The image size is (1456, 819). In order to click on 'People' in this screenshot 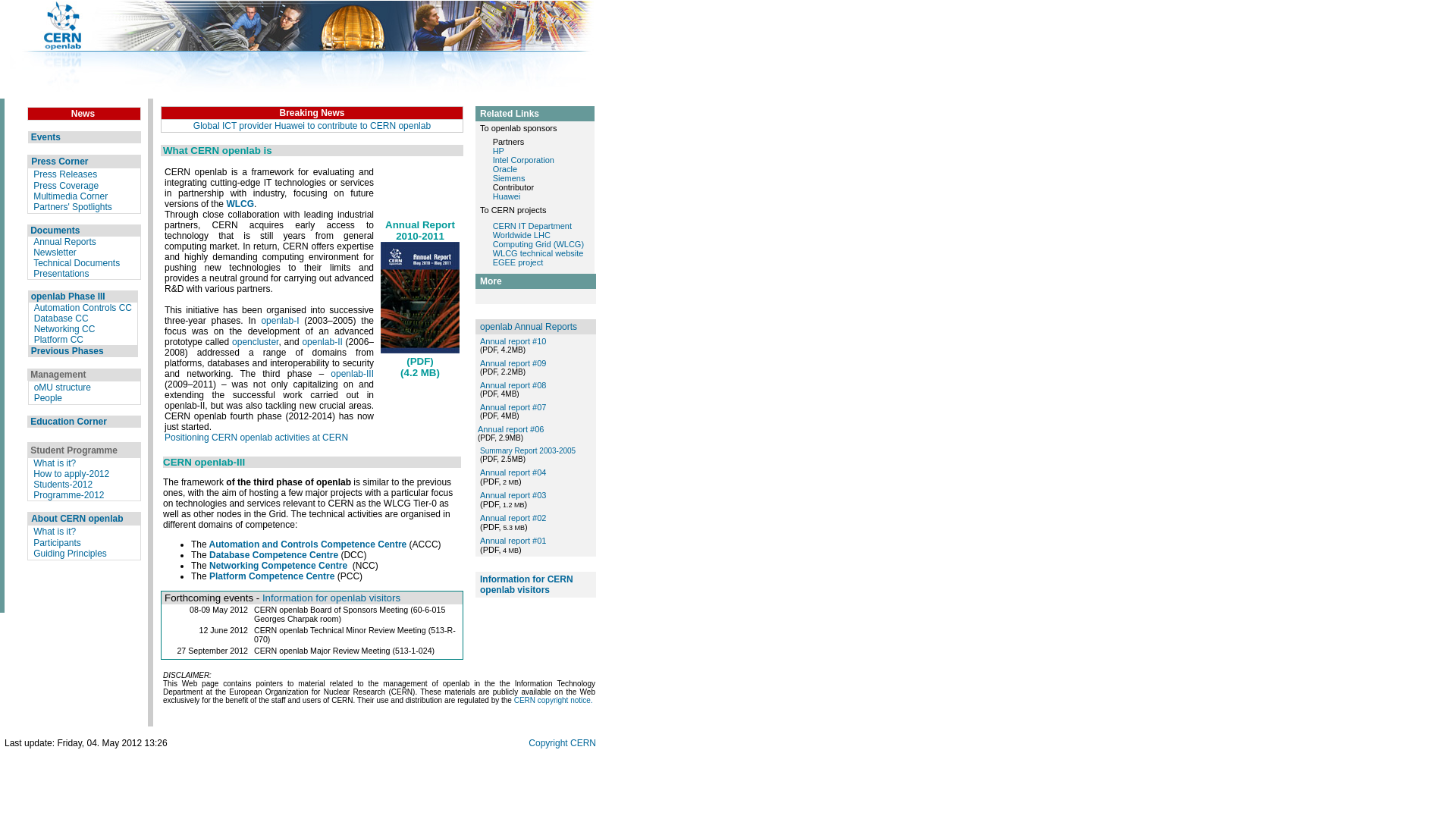, I will do `click(48, 397)`.